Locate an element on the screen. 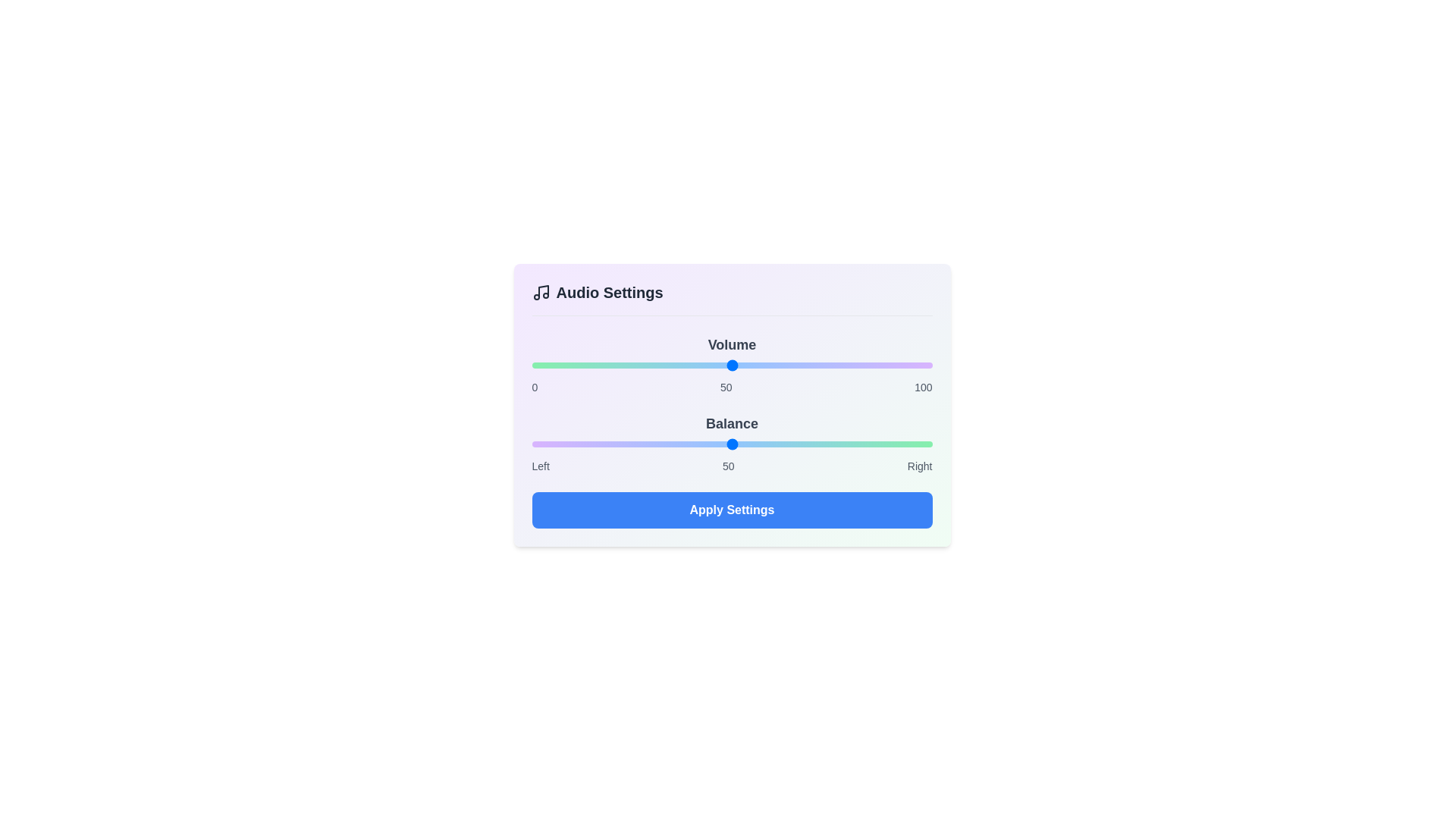  balance is located at coordinates (756, 444).